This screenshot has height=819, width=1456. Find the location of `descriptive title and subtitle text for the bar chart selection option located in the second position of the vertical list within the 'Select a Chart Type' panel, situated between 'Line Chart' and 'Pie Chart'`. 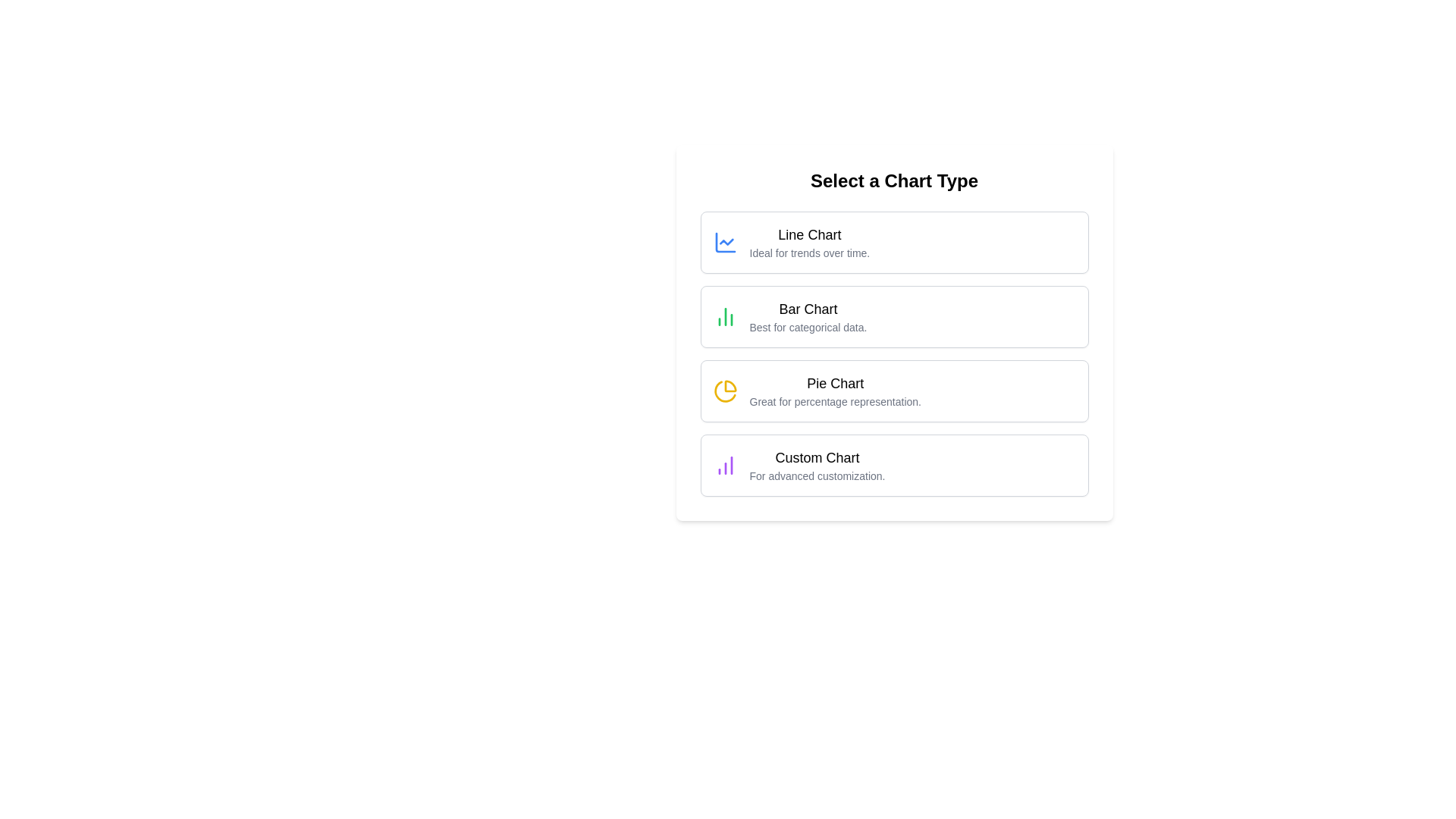

descriptive title and subtitle text for the bar chart selection option located in the second position of the vertical list within the 'Select a Chart Type' panel, situated between 'Line Chart' and 'Pie Chart' is located at coordinates (807, 315).